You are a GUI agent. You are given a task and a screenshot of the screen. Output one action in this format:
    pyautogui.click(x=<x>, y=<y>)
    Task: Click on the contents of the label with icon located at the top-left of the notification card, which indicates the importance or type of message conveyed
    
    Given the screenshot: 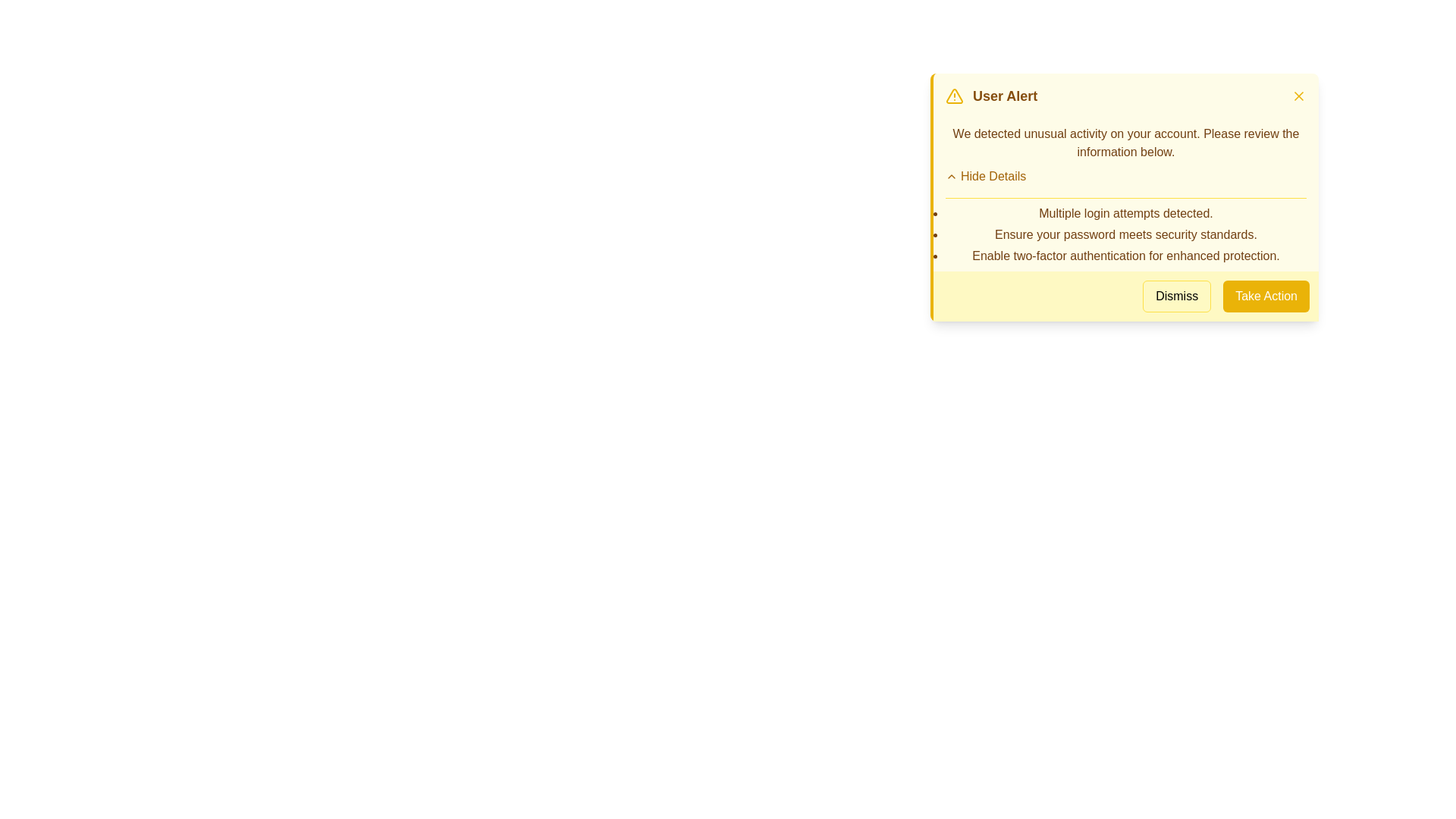 What is the action you would take?
    pyautogui.click(x=991, y=96)
    